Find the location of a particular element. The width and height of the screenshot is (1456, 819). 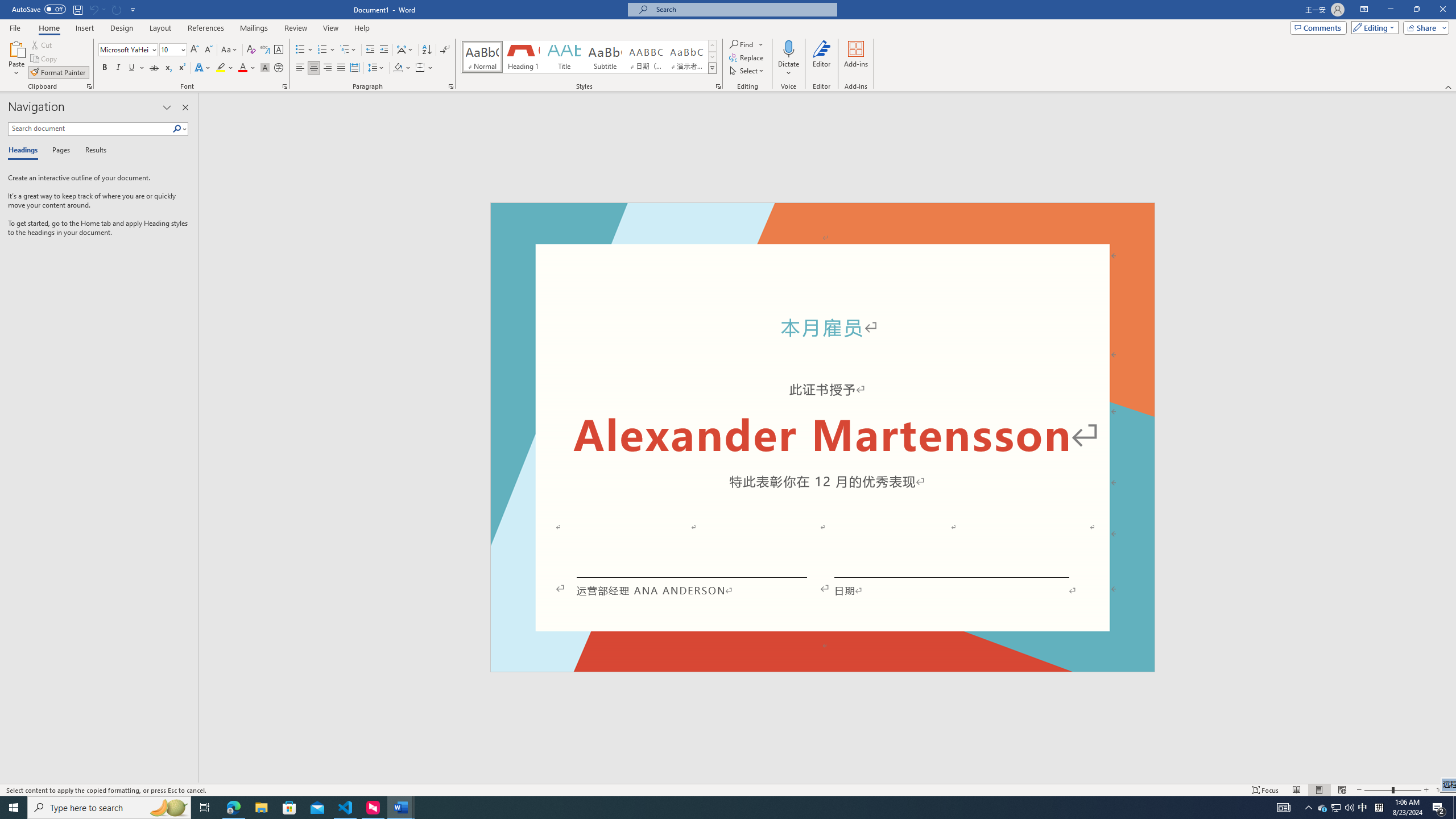

'Phonetic Guide...' is located at coordinates (264, 49).